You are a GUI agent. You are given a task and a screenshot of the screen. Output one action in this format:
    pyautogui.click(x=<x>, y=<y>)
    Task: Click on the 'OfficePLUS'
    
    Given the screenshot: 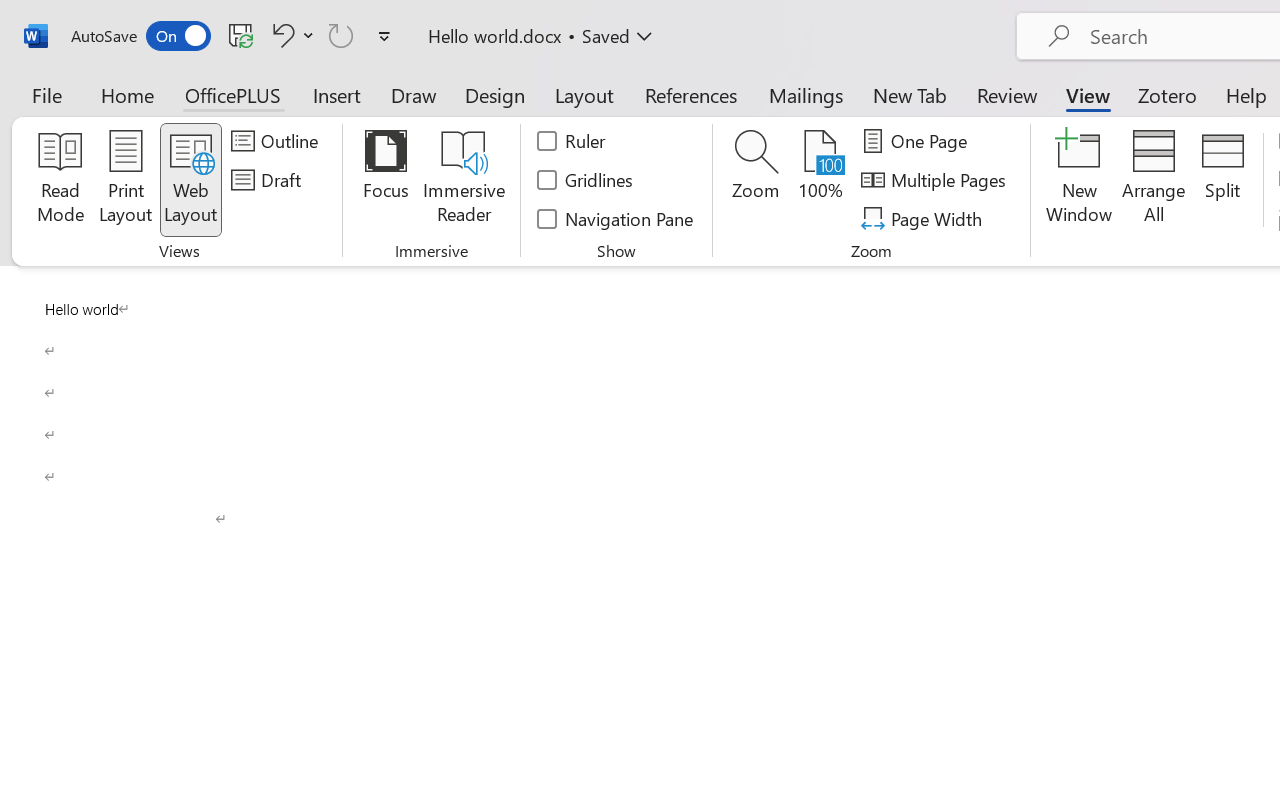 What is the action you would take?
    pyautogui.click(x=233, y=94)
    